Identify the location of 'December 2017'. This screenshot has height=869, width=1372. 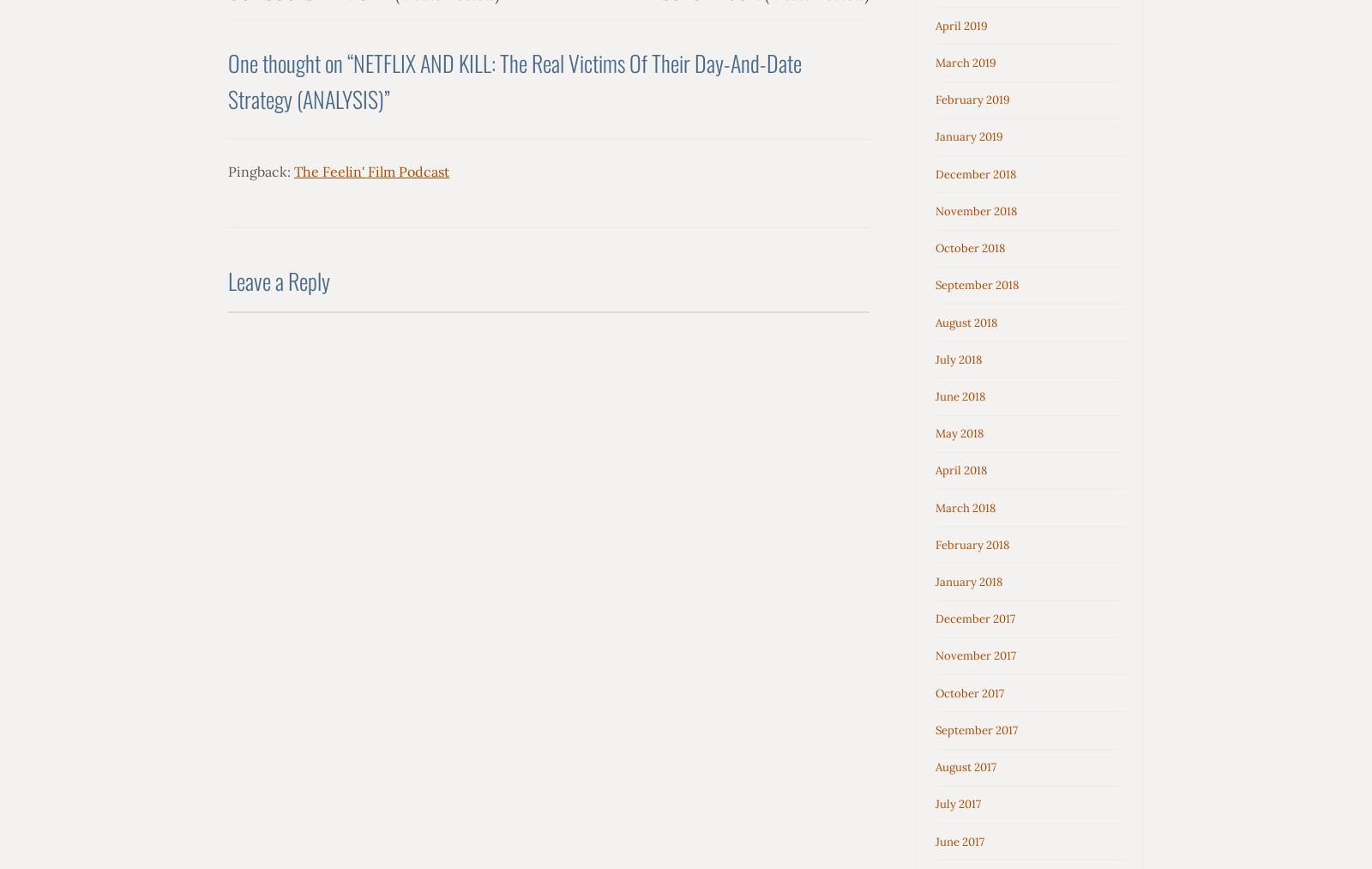
(975, 619).